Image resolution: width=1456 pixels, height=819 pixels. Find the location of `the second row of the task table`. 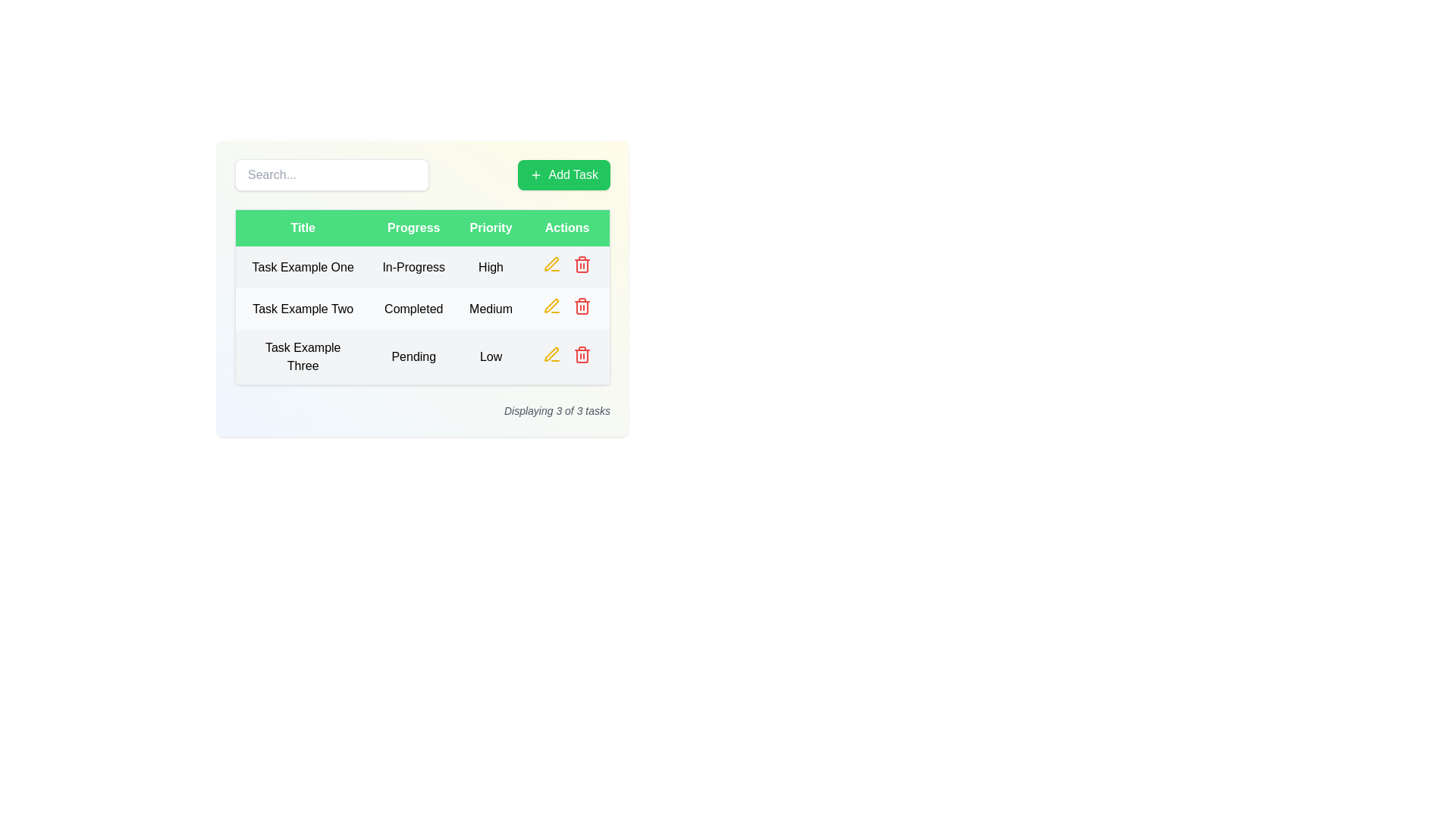

the second row of the task table is located at coordinates (422, 315).